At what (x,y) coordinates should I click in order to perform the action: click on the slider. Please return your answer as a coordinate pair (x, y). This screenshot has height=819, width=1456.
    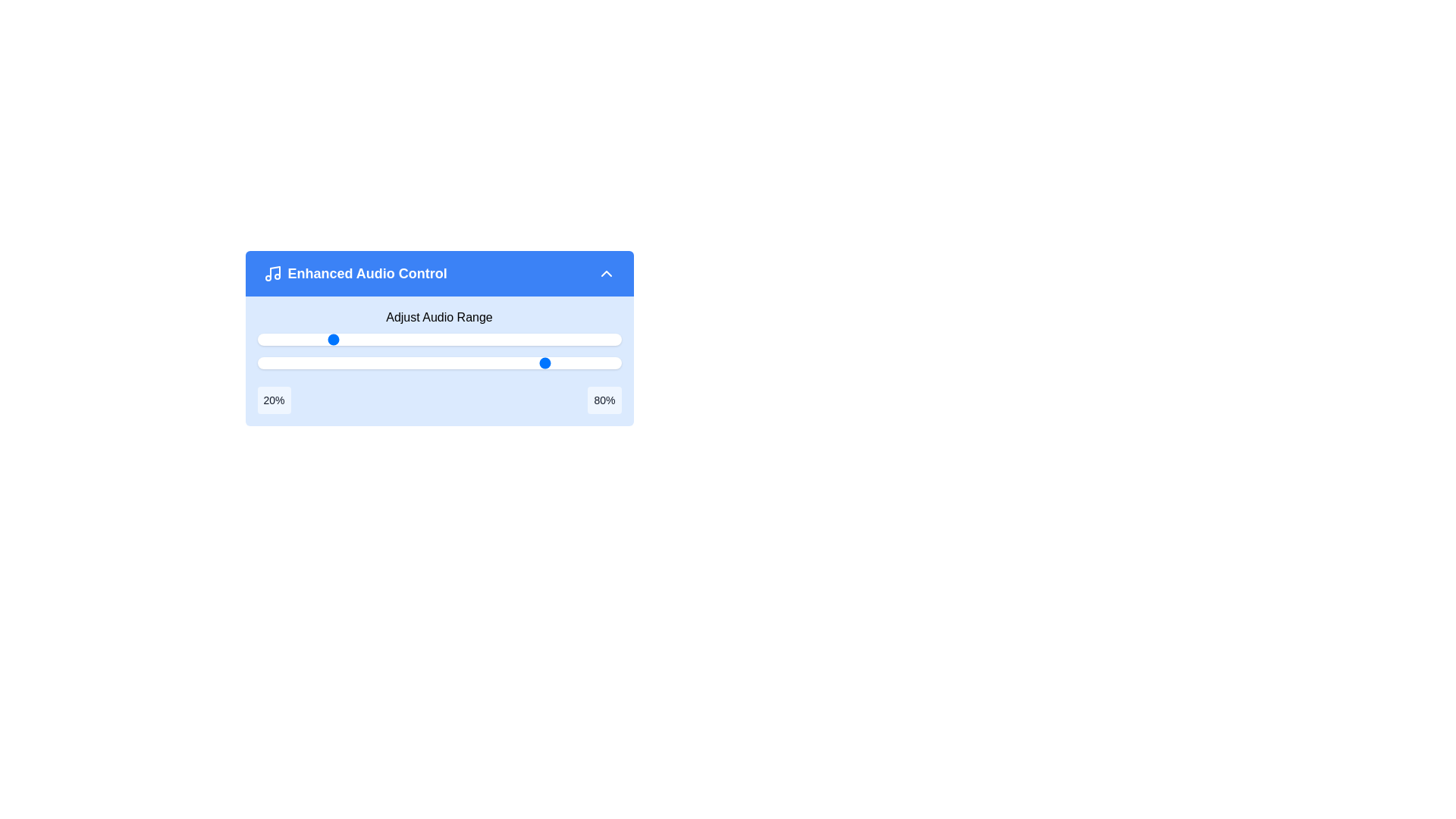
    Looking at the image, I should click on (290, 362).